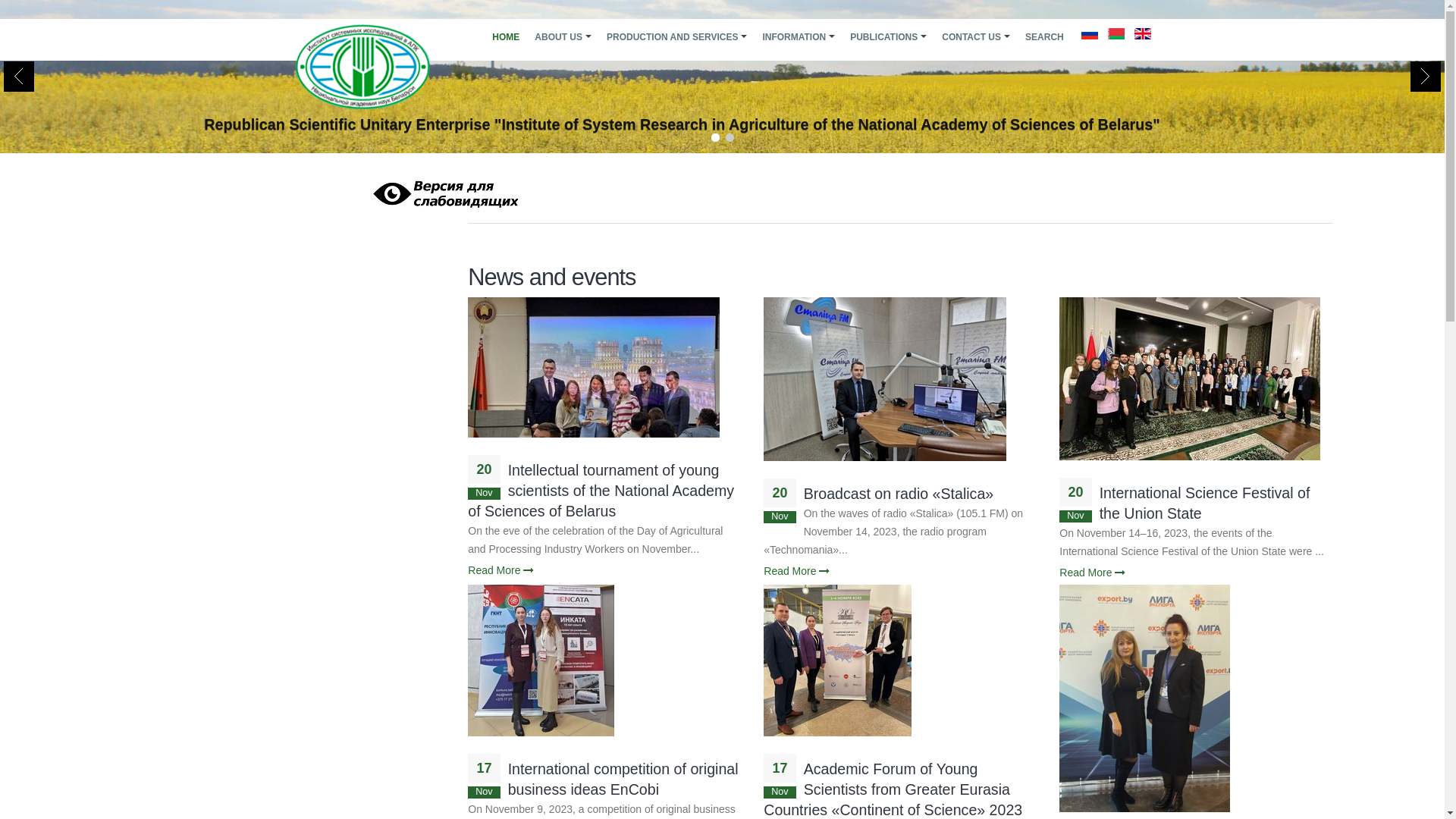 The image size is (1456, 819). Describe the element at coordinates (797, 36) in the screenshot. I see `'INFORMATION'` at that location.